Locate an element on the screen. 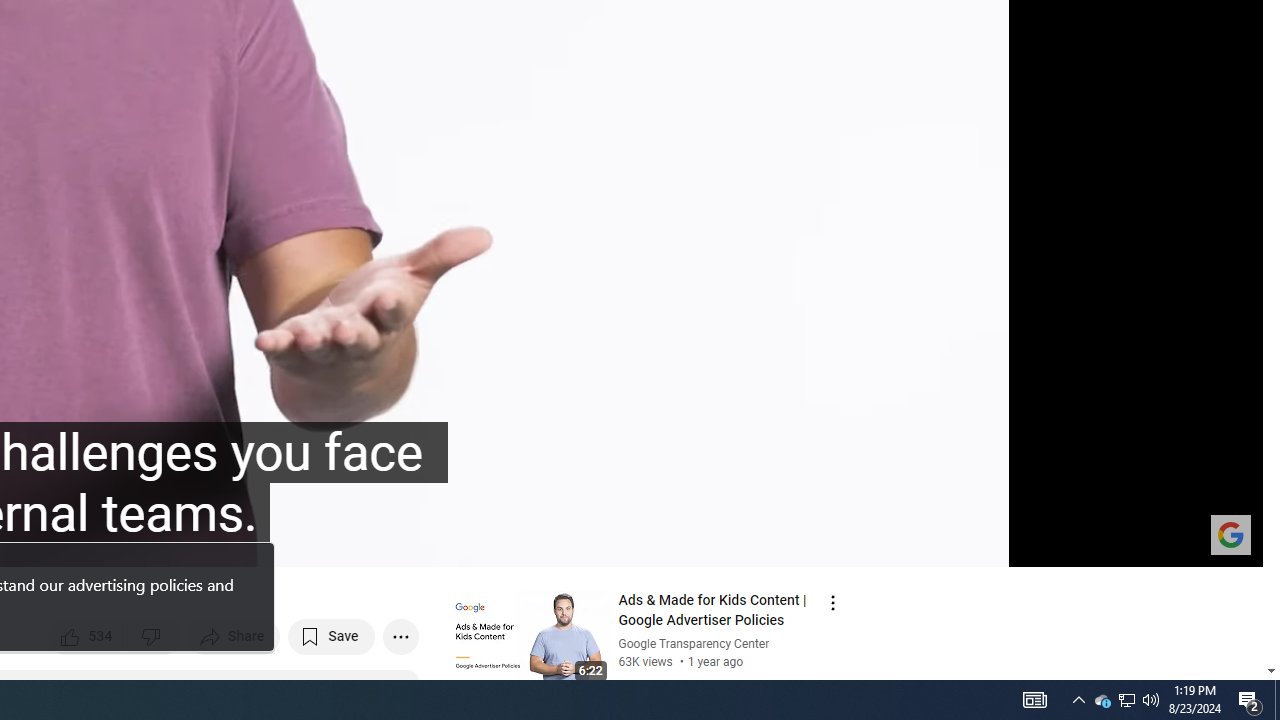 The image size is (1280, 720). 'Share' is located at coordinates (234, 636).